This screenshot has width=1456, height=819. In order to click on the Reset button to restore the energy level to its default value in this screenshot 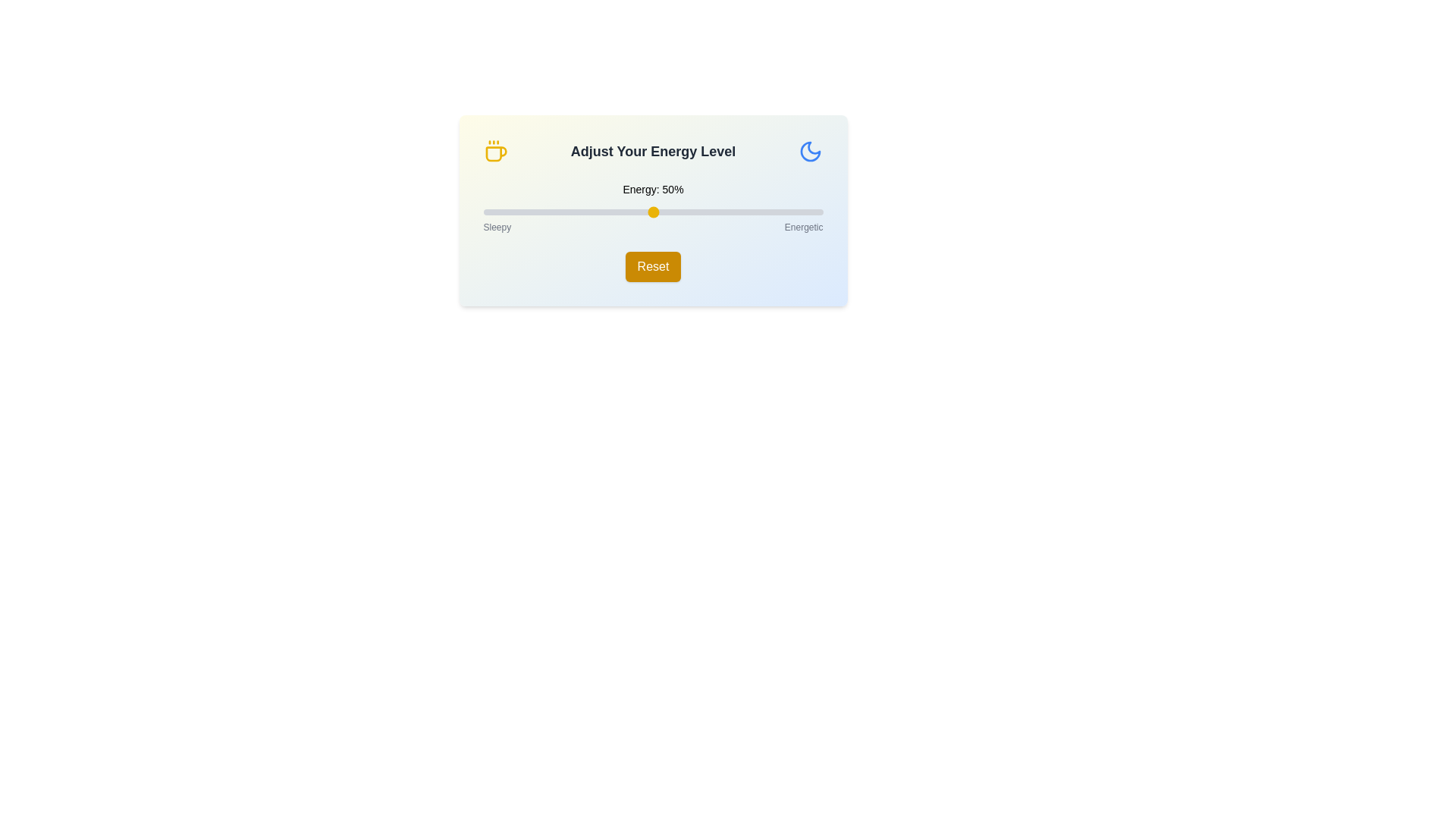, I will do `click(653, 265)`.